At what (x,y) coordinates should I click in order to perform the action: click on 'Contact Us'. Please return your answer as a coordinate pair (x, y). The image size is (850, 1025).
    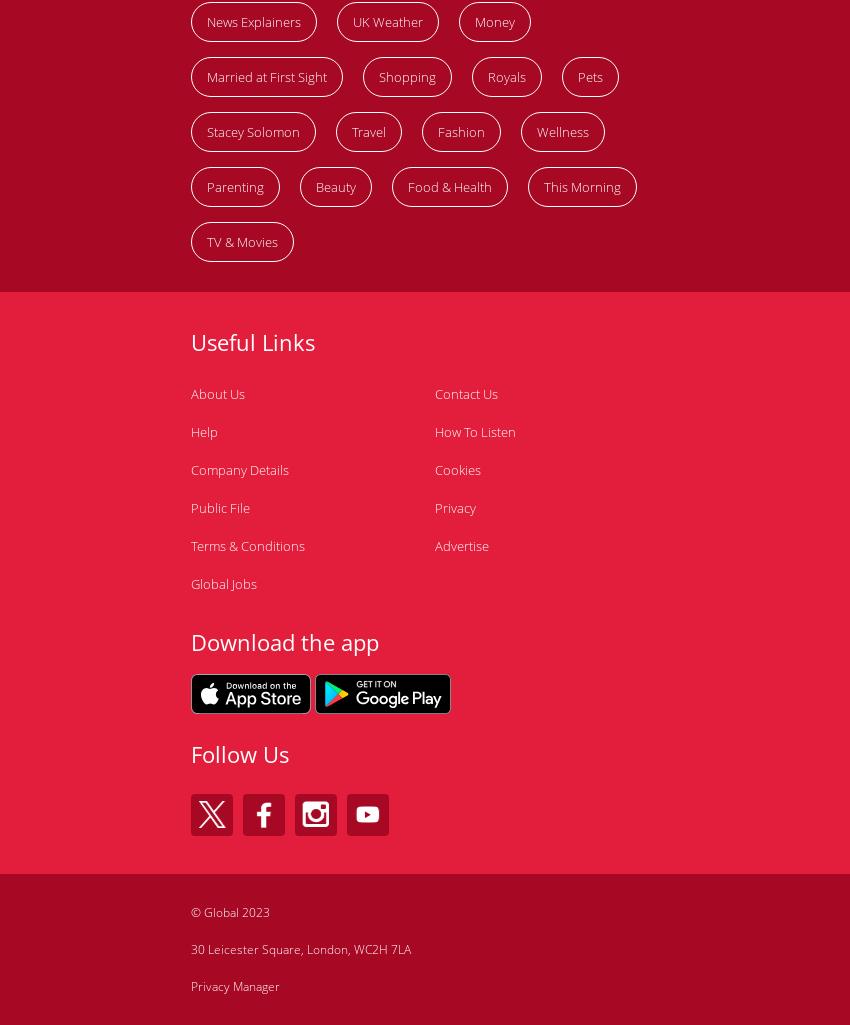
    Looking at the image, I should click on (434, 392).